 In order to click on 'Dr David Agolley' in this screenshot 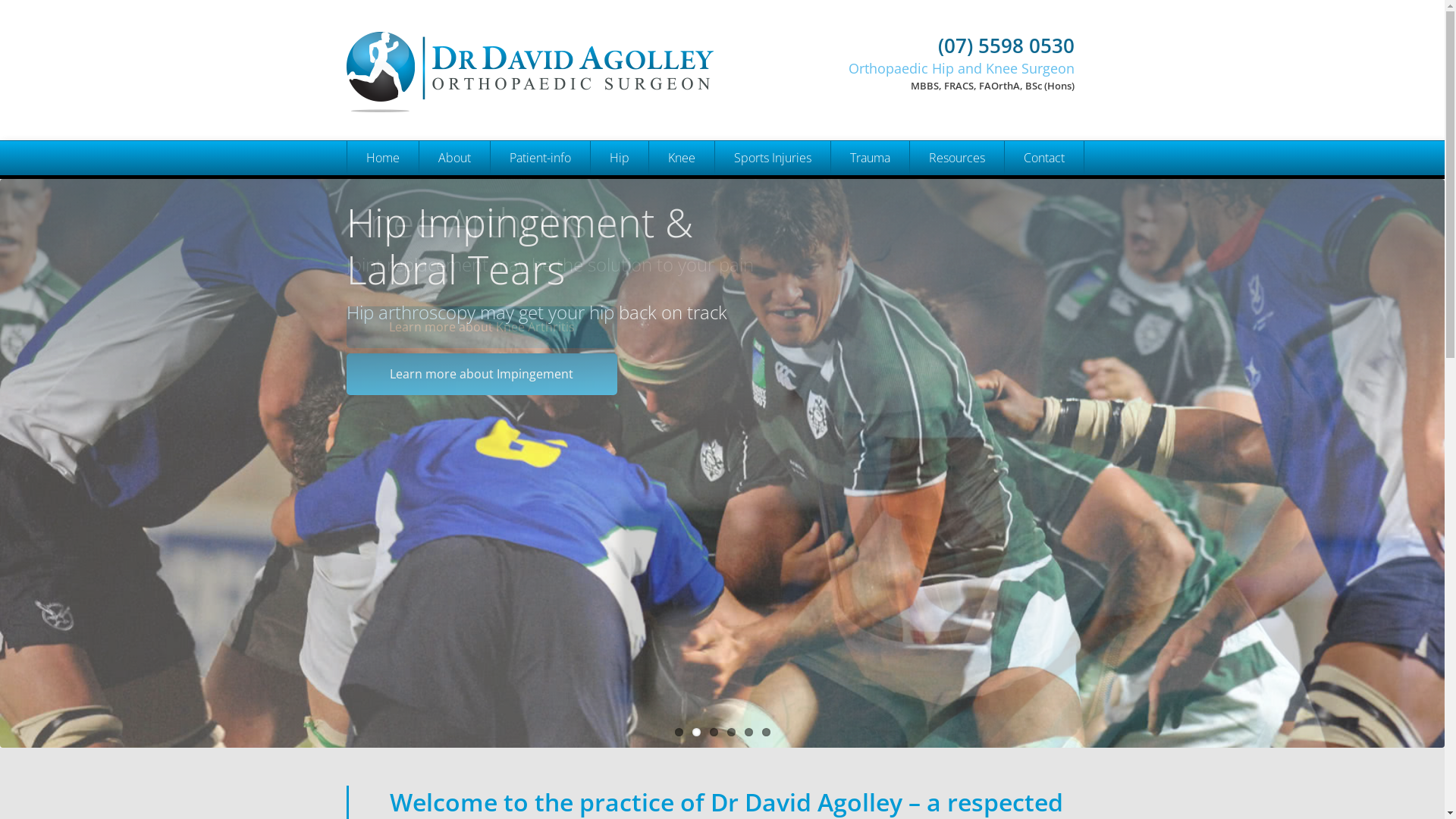, I will do `click(453, 191)`.